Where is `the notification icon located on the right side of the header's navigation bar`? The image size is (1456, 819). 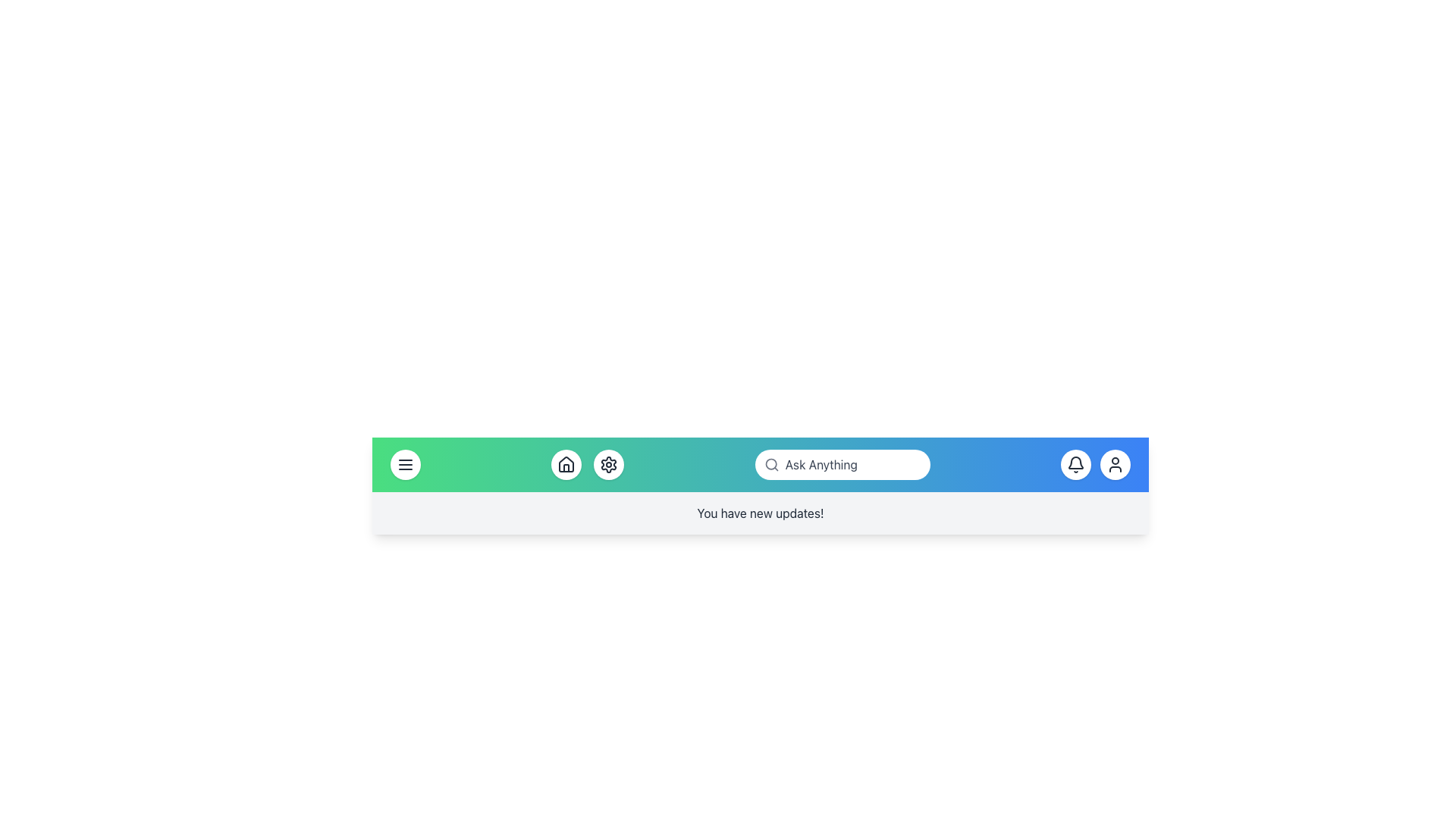 the notification icon located on the right side of the header's navigation bar is located at coordinates (1075, 464).